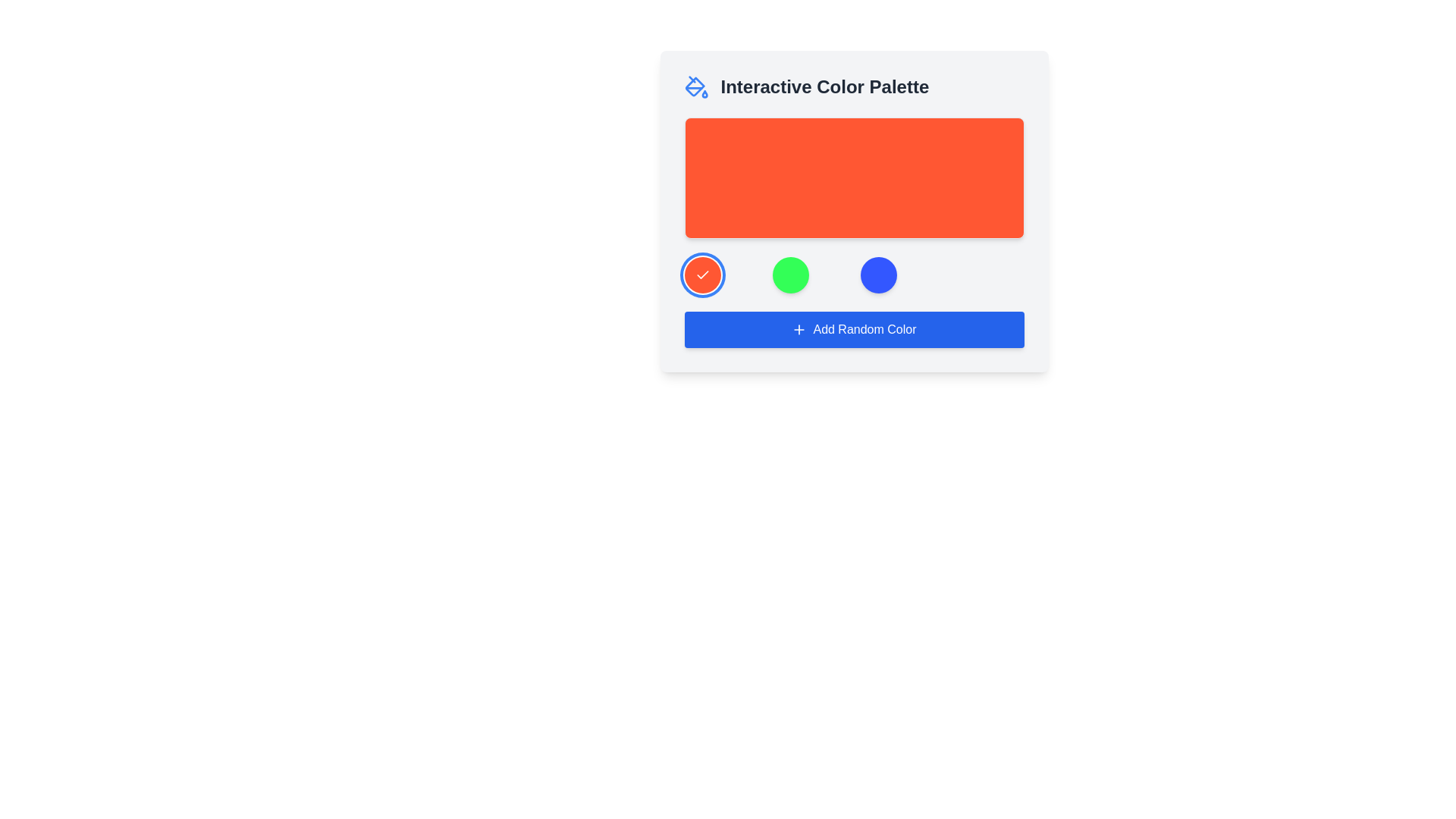 The image size is (1456, 819). Describe the element at coordinates (694, 86) in the screenshot. I see `the small, blue-outlined paint bucket icon located near the top-left corner of the interface, adjacent to the title 'Interactive Color Palette'` at that location.